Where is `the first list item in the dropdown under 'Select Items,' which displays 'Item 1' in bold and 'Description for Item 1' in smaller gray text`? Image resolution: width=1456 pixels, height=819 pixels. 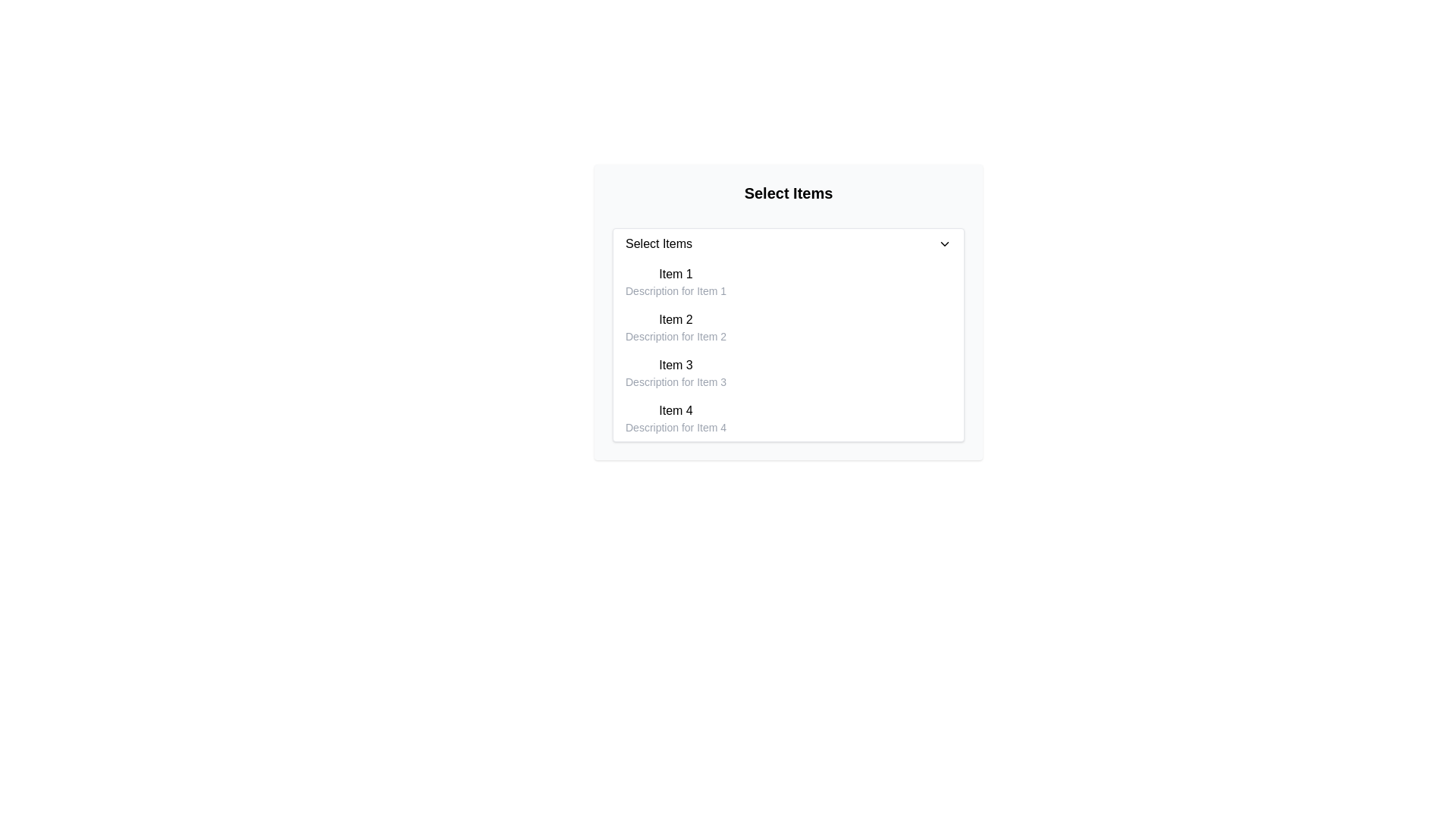 the first list item in the dropdown under 'Select Items,' which displays 'Item 1' in bold and 'Description for Item 1' in smaller gray text is located at coordinates (675, 281).